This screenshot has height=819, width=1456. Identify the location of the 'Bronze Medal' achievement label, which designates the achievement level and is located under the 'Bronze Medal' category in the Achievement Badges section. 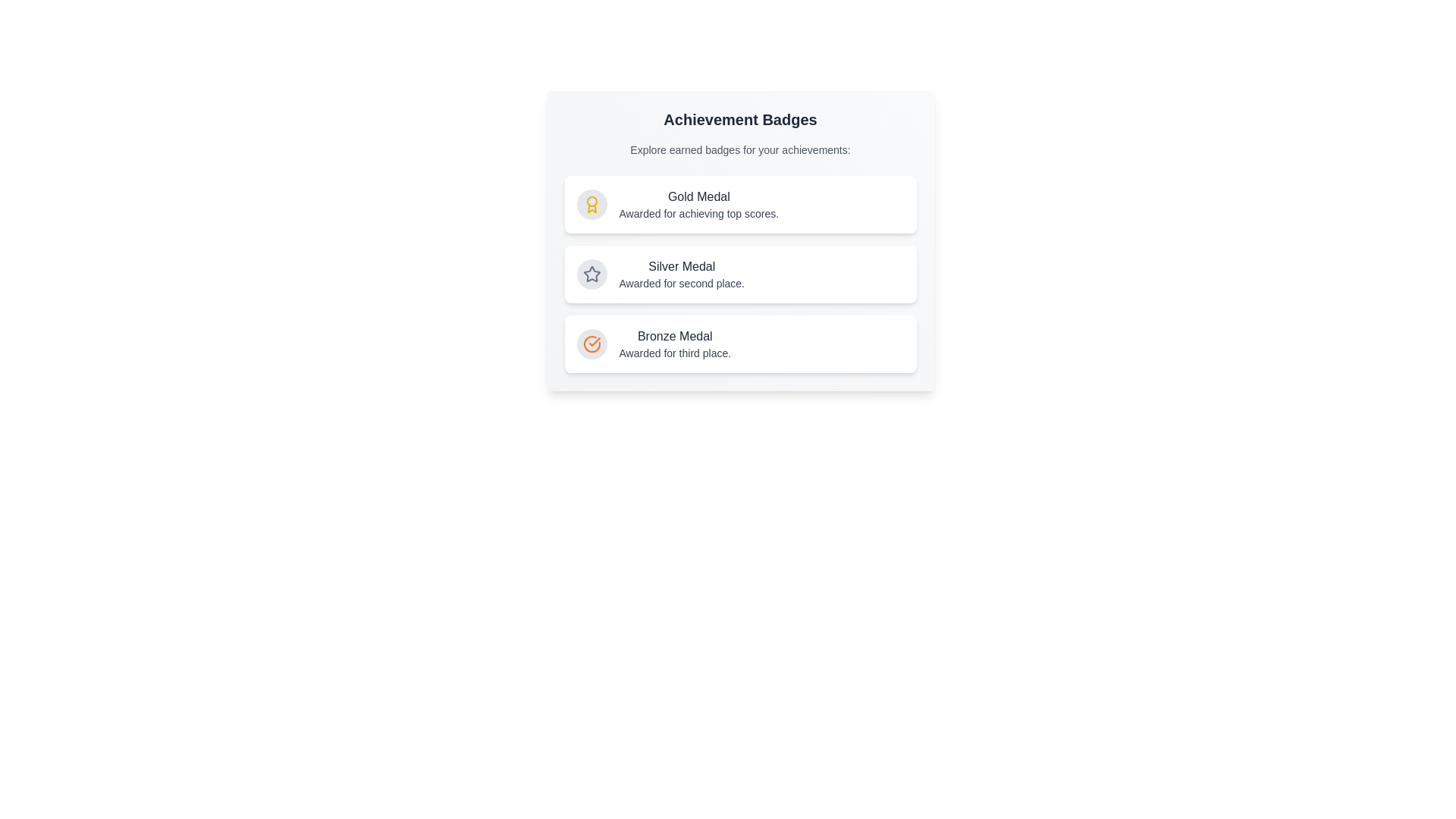
(674, 335).